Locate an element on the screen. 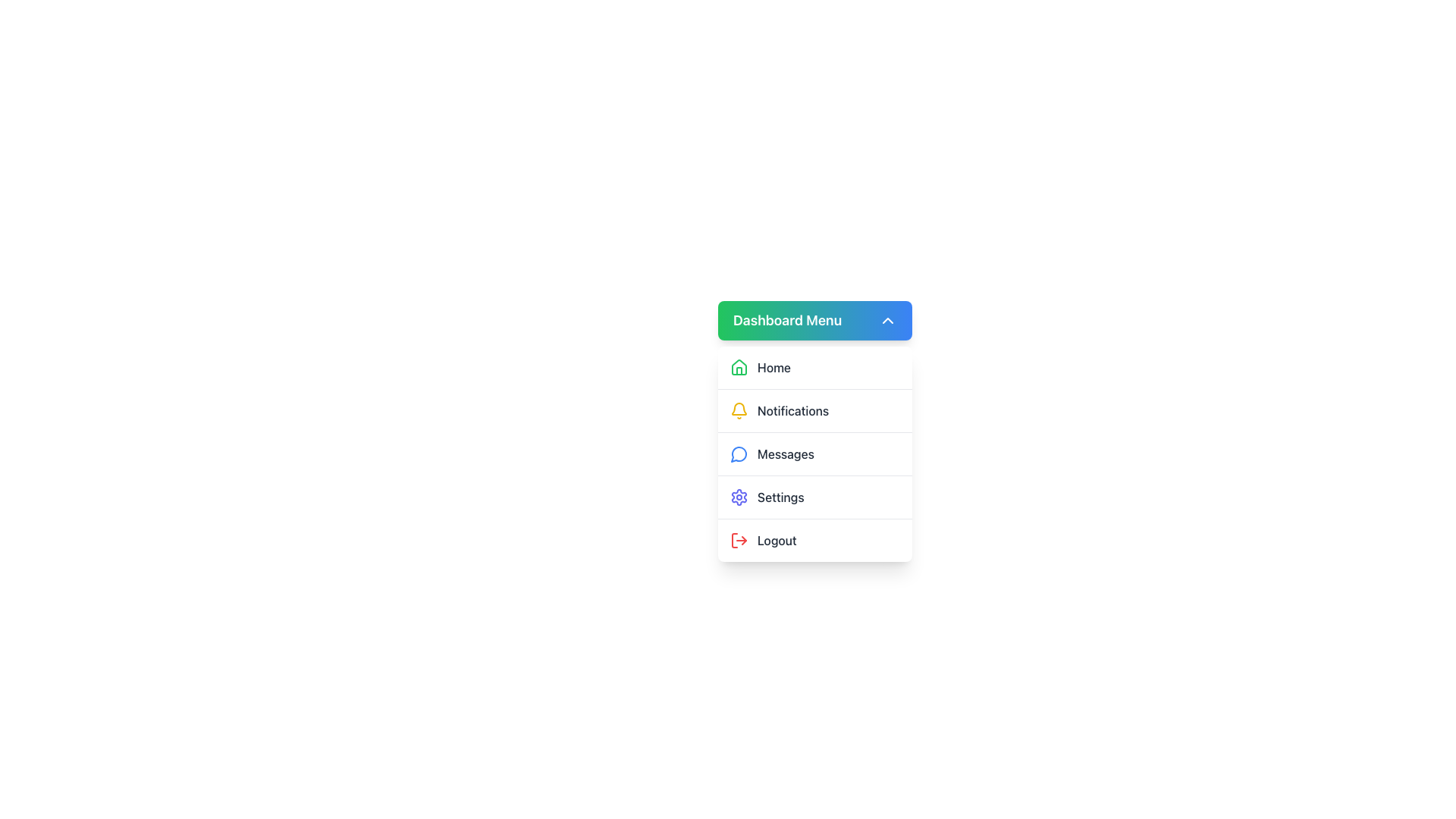 The width and height of the screenshot is (1456, 819). the 'Settings' list item in the vertical menu is located at coordinates (814, 497).